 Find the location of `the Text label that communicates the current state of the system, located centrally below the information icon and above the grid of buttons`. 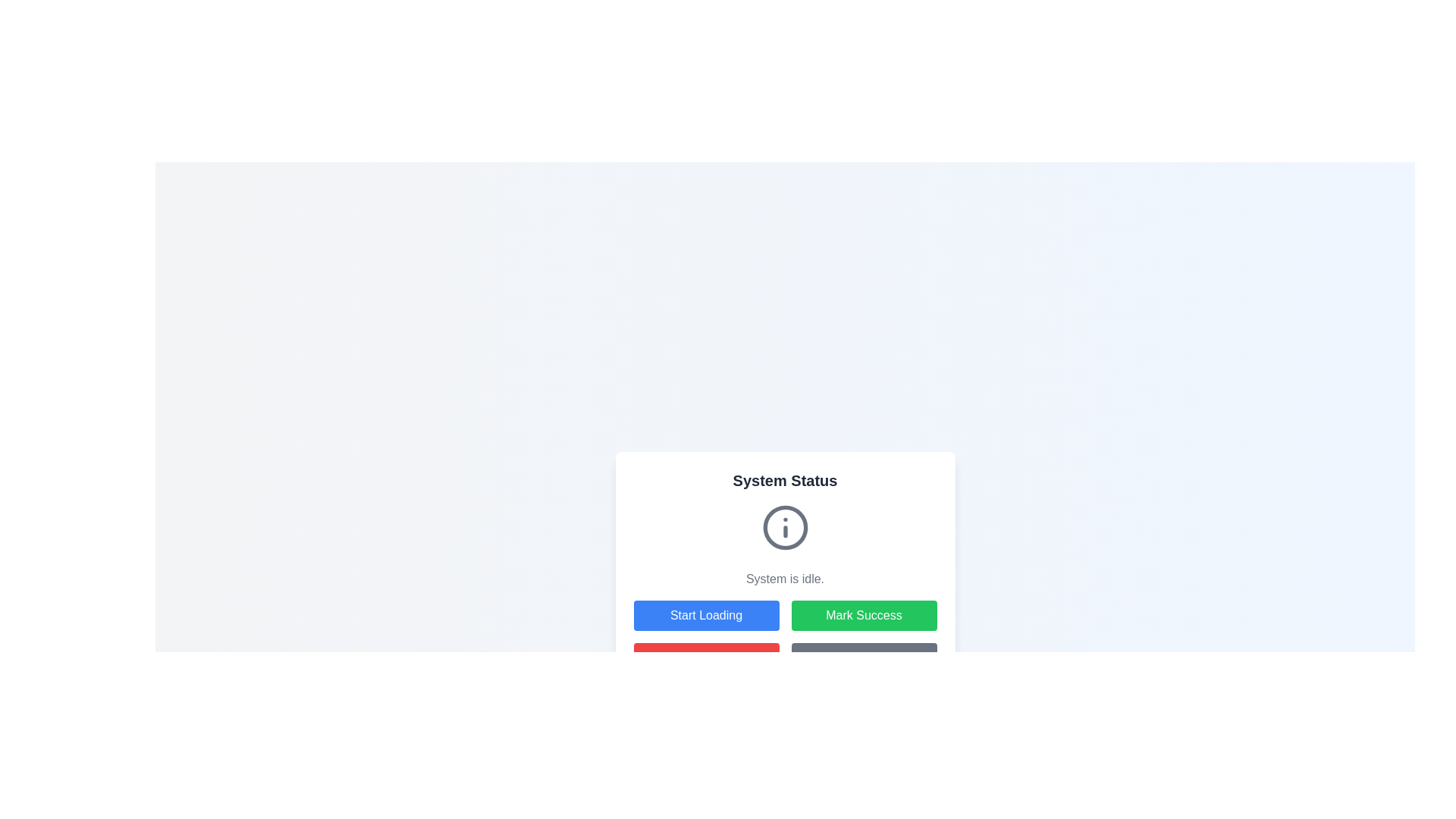

the Text label that communicates the current state of the system, located centrally below the information icon and above the grid of buttons is located at coordinates (785, 571).